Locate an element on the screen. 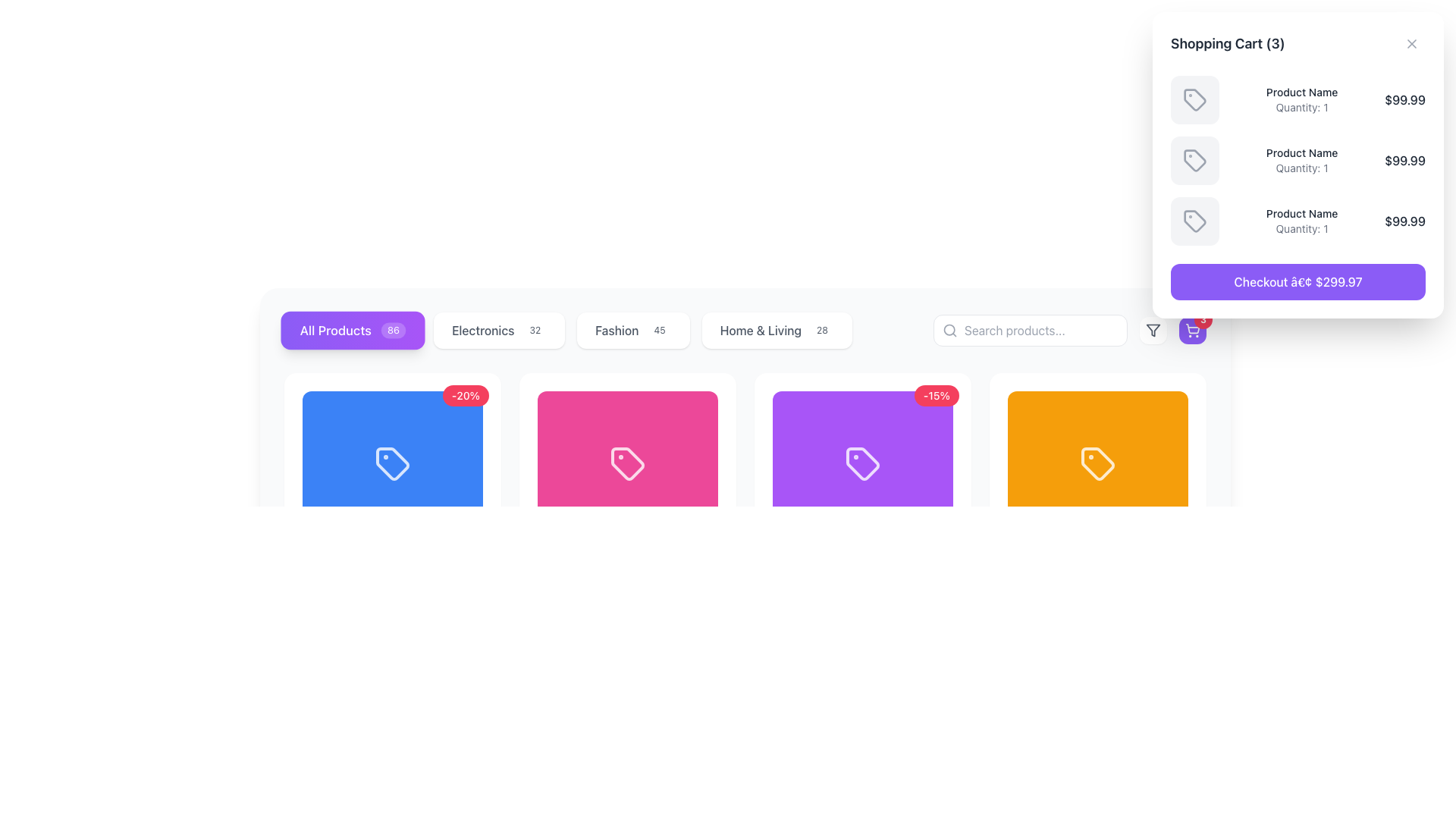 This screenshot has width=1456, height=819. the 'Product Name' text label, which is displayed in a dark gray sans-serif font at the top of the shopping cart modal section, above 'Quantity: 1' is located at coordinates (1301, 93).